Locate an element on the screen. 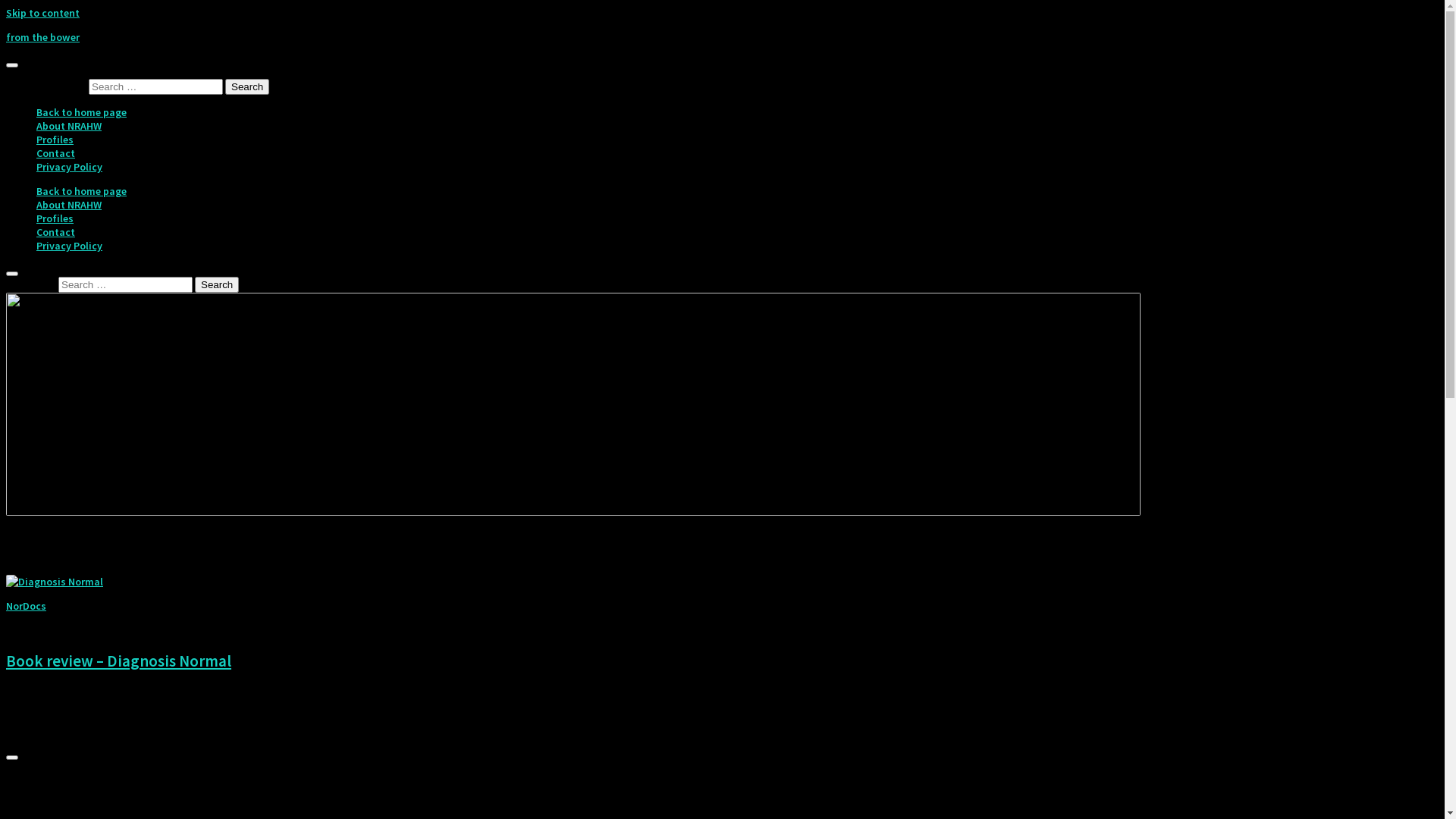 This screenshot has width=1456, height=819. 'Search' is located at coordinates (247, 86).